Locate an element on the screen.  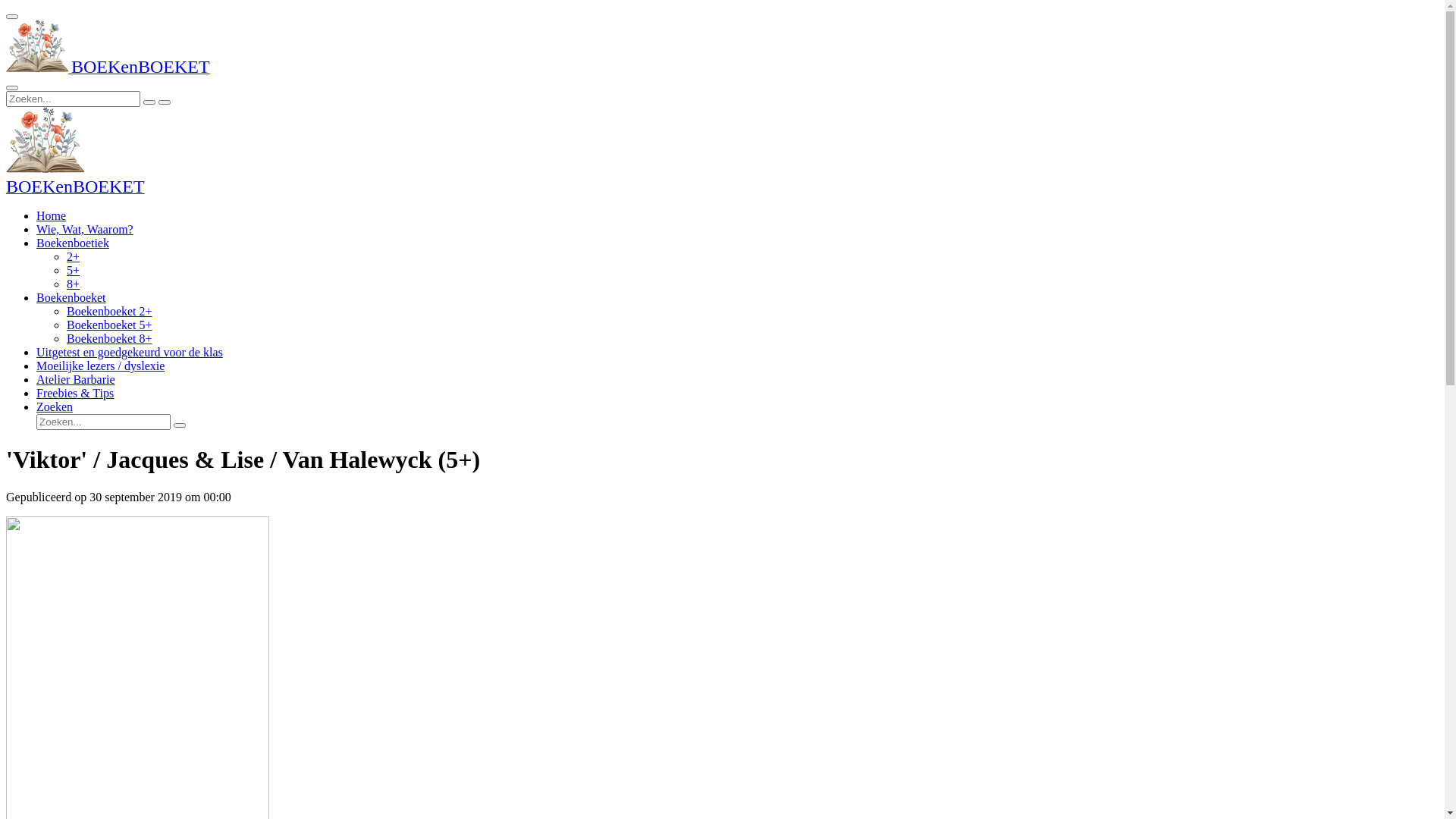
'Freebies & Tips' is located at coordinates (74, 392).